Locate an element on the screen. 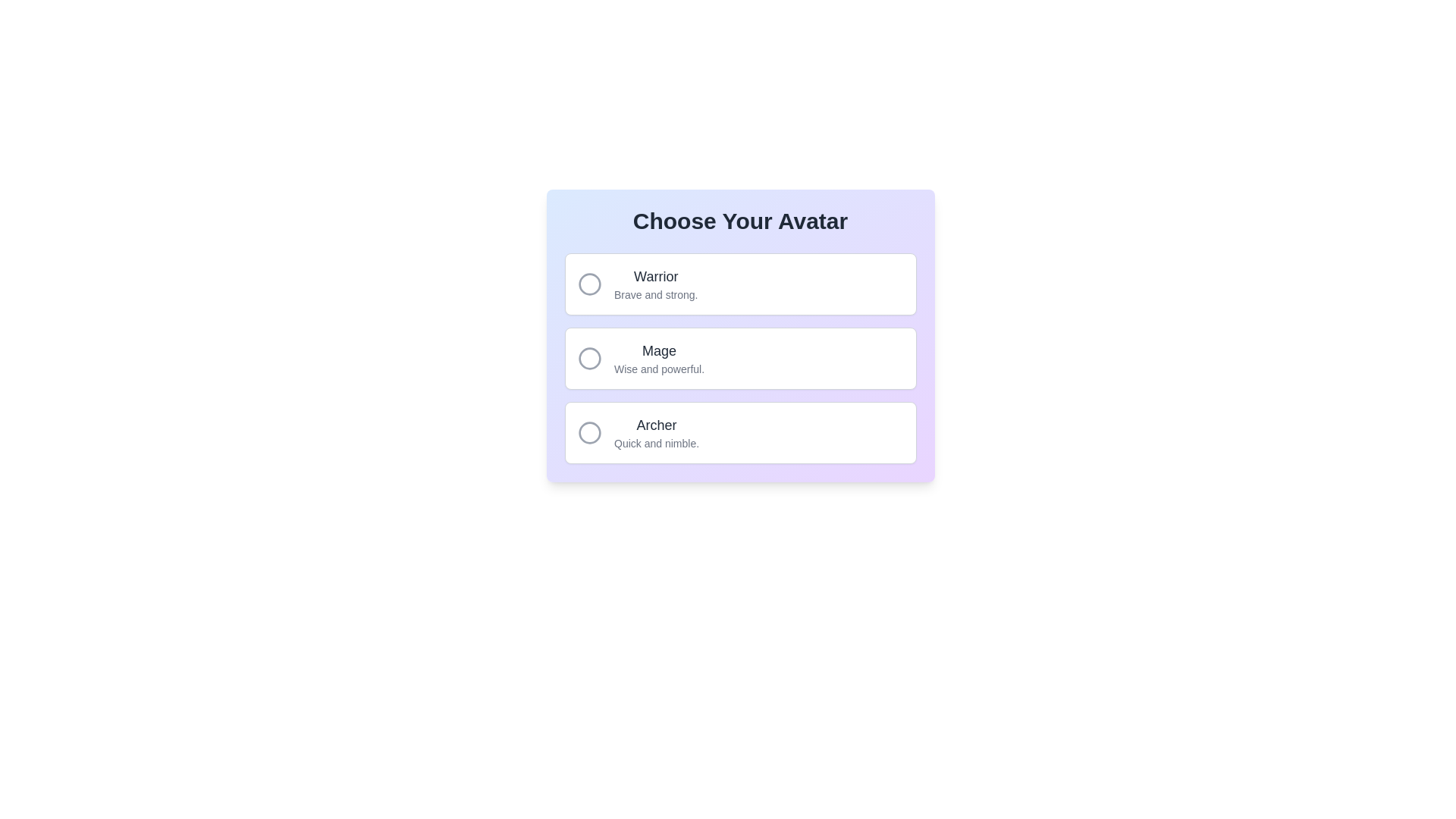 The width and height of the screenshot is (1456, 819). text element labeled 'Mage' which has a bold style and is positioned between 'Warrior' and 'Archer' in a vertical list is located at coordinates (658, 359).